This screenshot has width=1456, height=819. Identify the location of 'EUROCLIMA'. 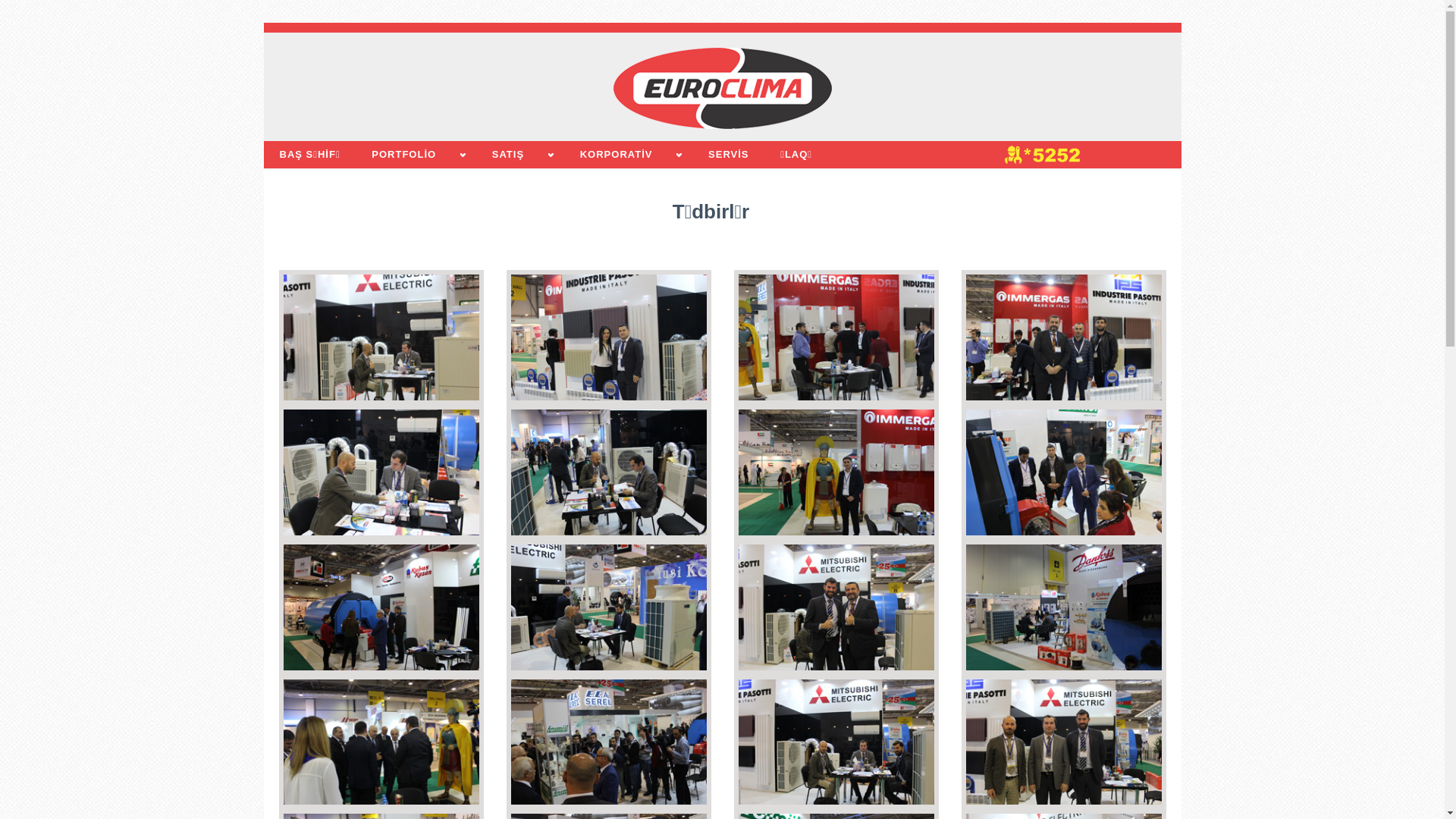
(720, 88).